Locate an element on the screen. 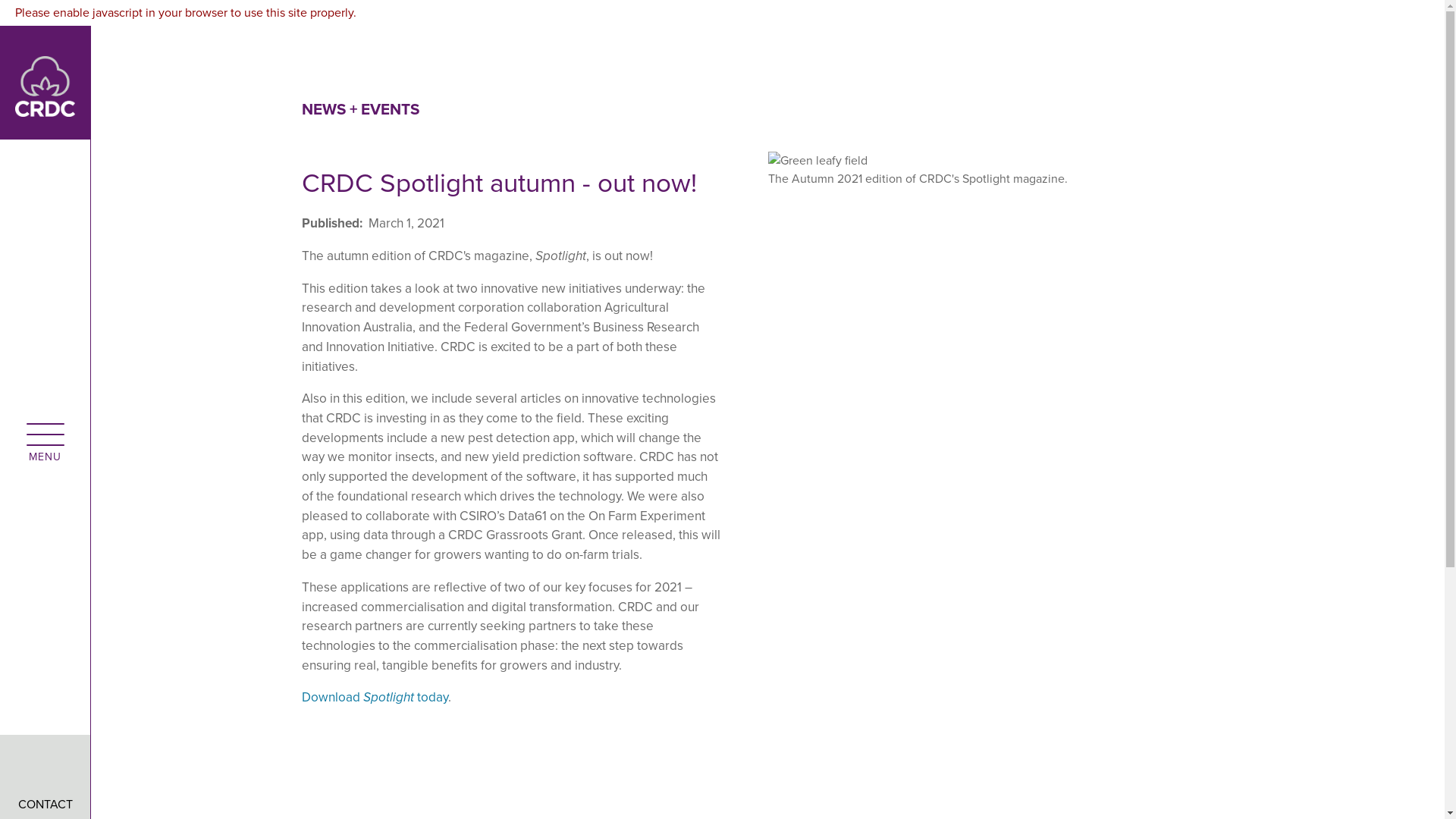  'open menu' is located at coordinates (44, 432).